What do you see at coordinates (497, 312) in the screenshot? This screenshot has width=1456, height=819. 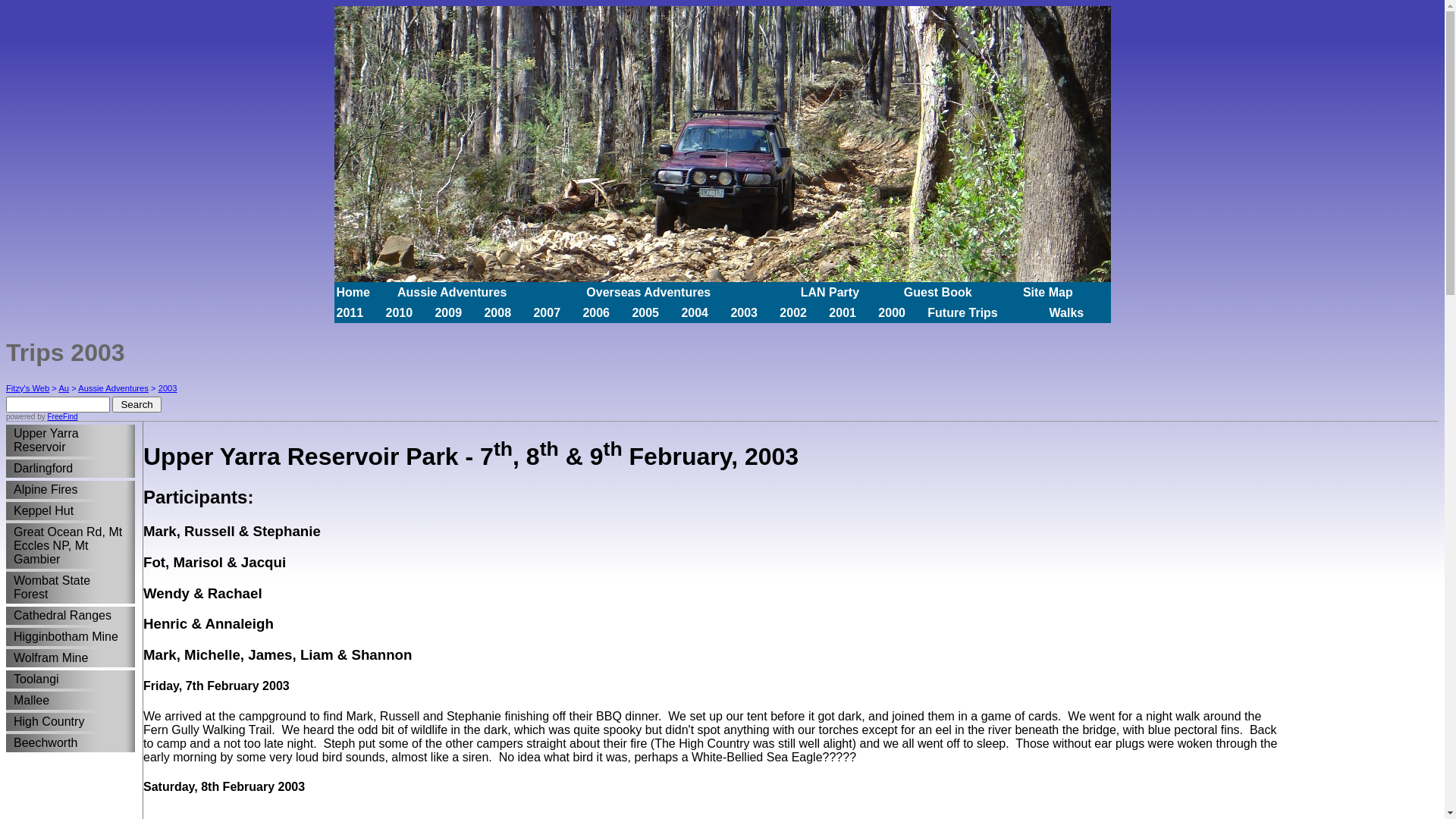 I see `'2008'` at bounding box center [497, 312].